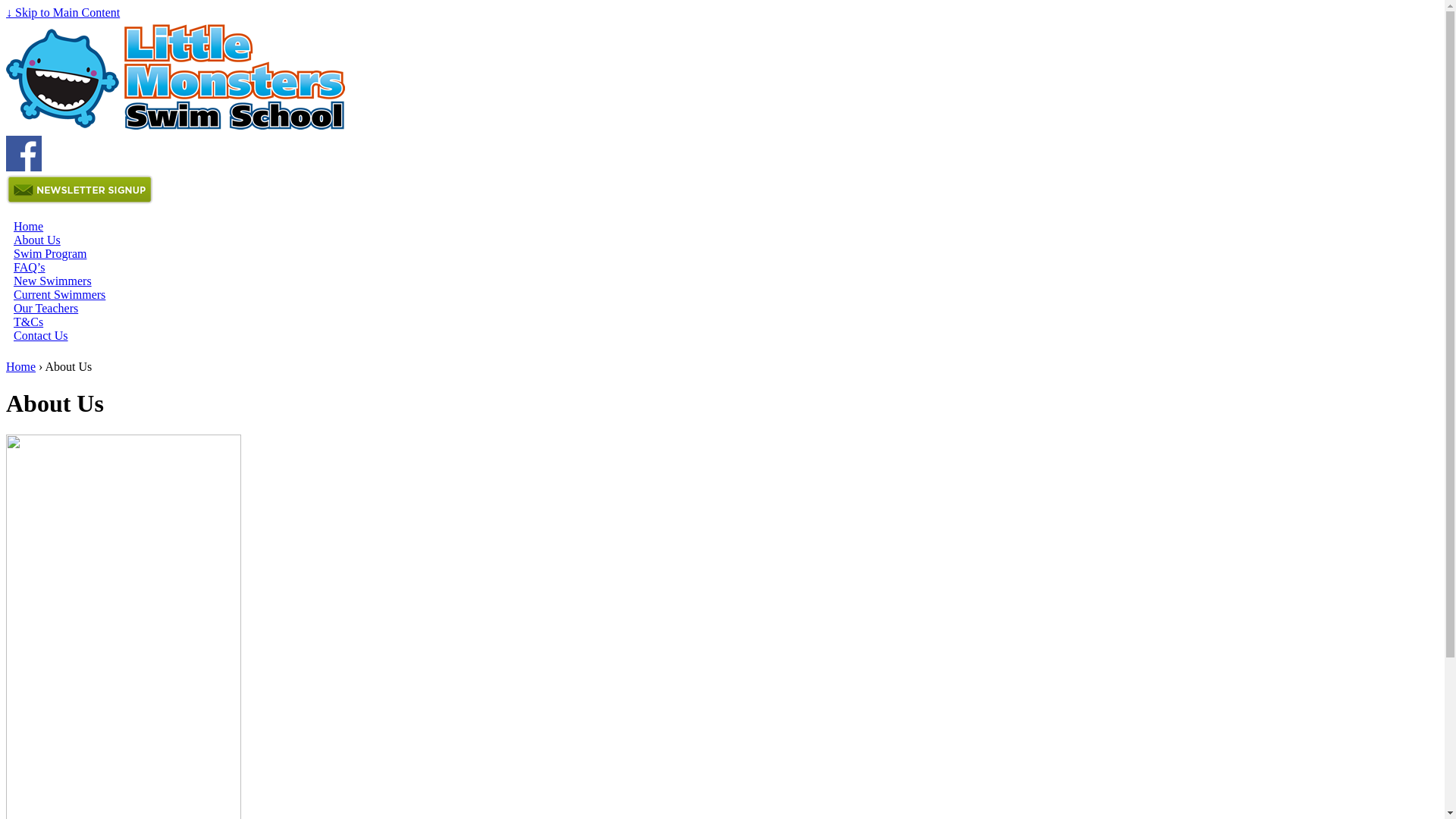 The width and height of the screenshot is (1456, 819). What do you see at coordinates (28, 226) in the screenshot?
I see `'Home'` at bounding box center [28, 226].